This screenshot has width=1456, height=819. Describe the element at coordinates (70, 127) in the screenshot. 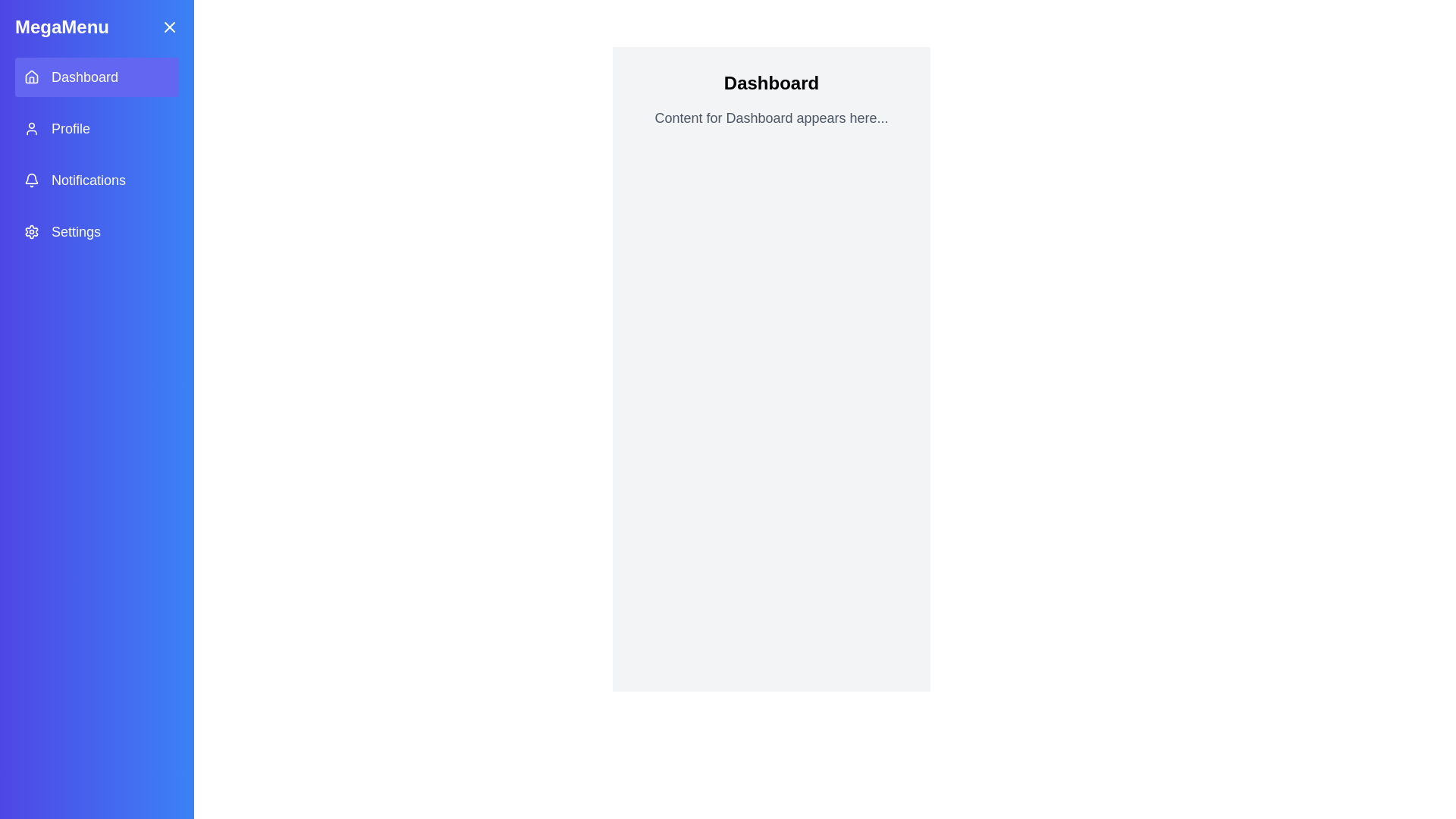

I see `text label 'Profile' which is styled in bold and located in the sidebar menu, right next to the user profile icon` at that location.